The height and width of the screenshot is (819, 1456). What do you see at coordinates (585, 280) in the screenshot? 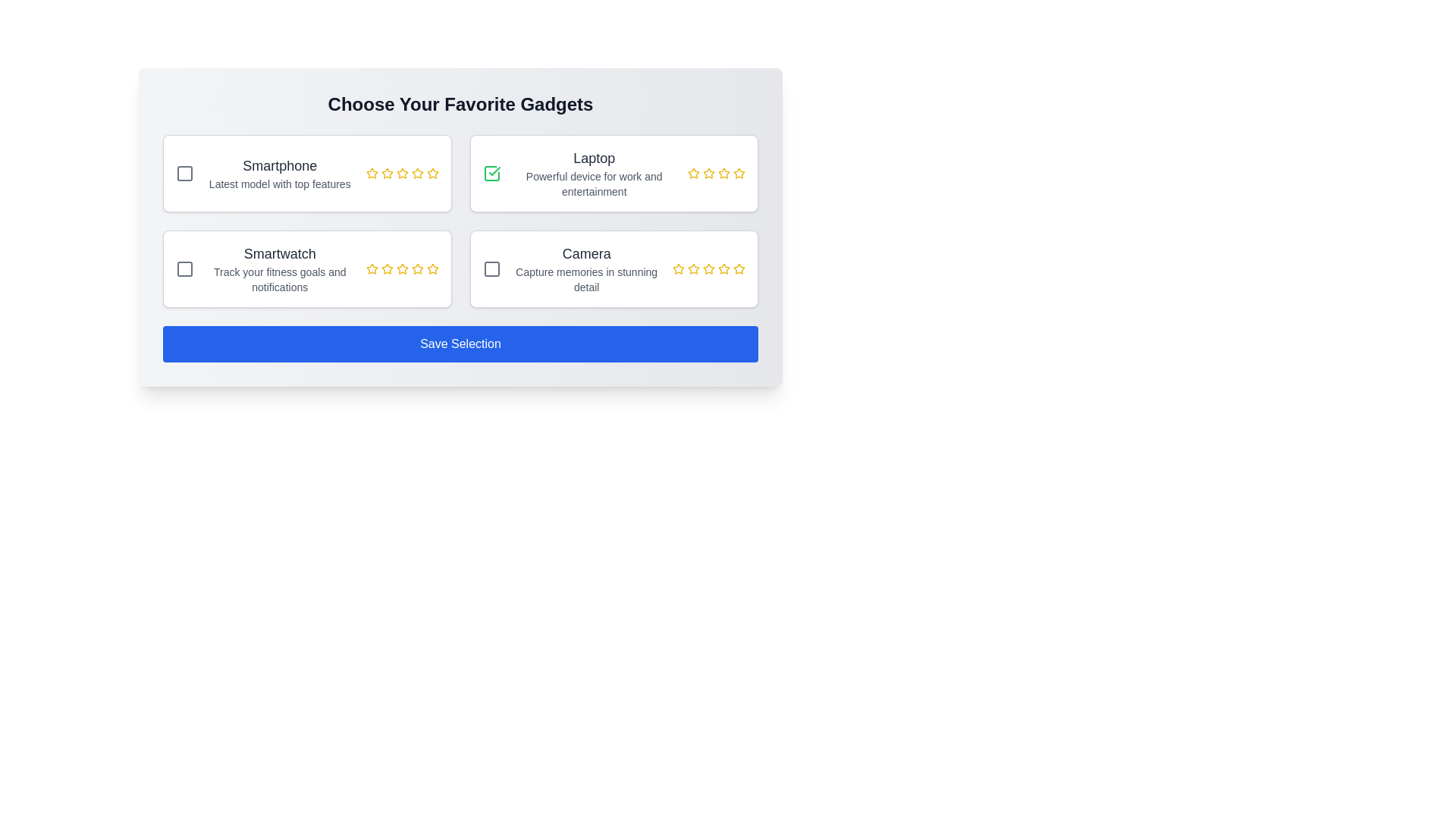
I see `the descriptive text about the 'Camera' option, which is located below the title 'Camera' in the third card of the second row in a grid of selectable options` at bounding box center [585, 280].